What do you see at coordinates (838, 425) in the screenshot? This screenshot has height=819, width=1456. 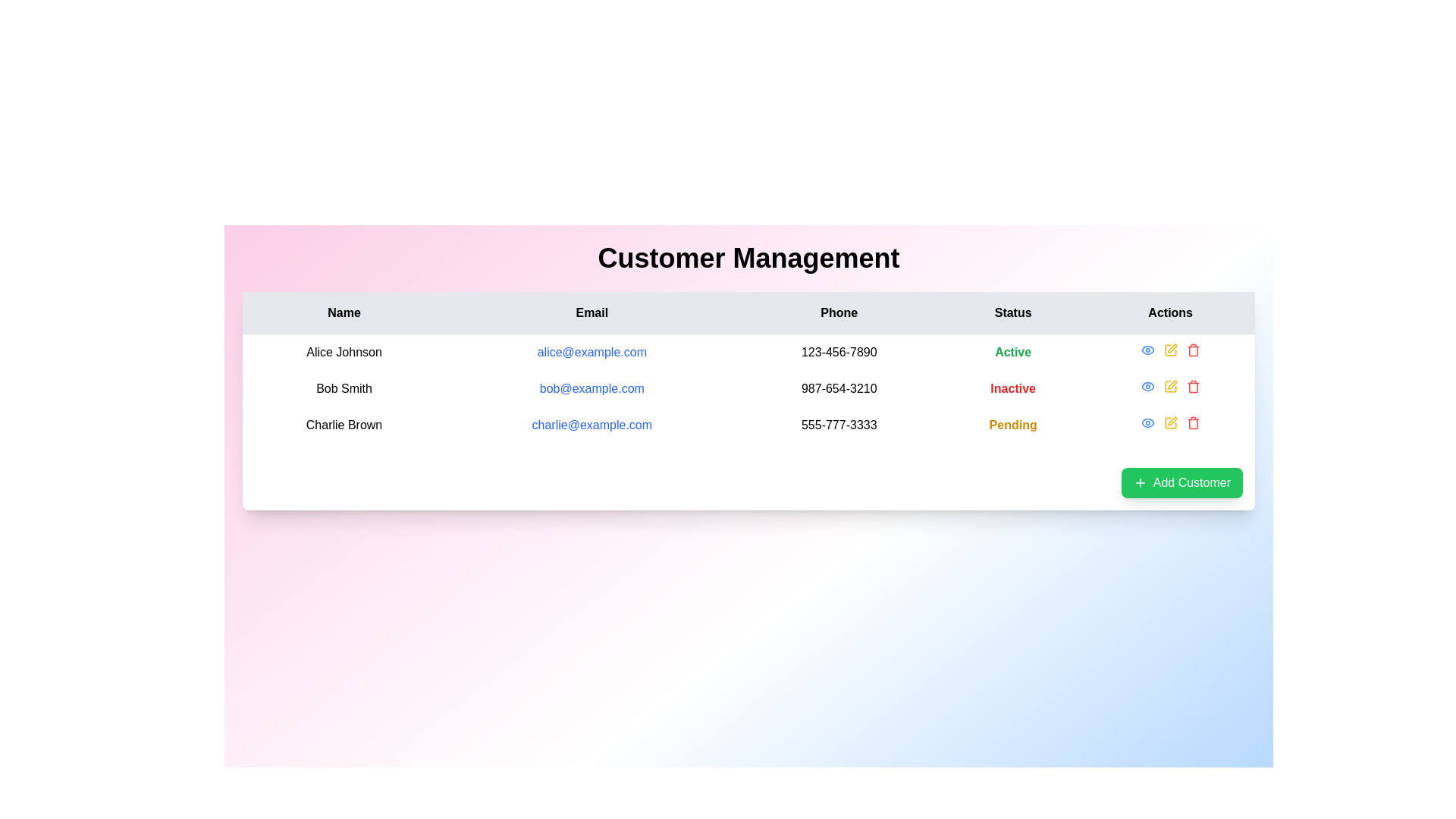 I see `the static text display for the phone number '555-777-3333' located in the third row of the table under the 'Phone' column` at bounding box center [838, 425].